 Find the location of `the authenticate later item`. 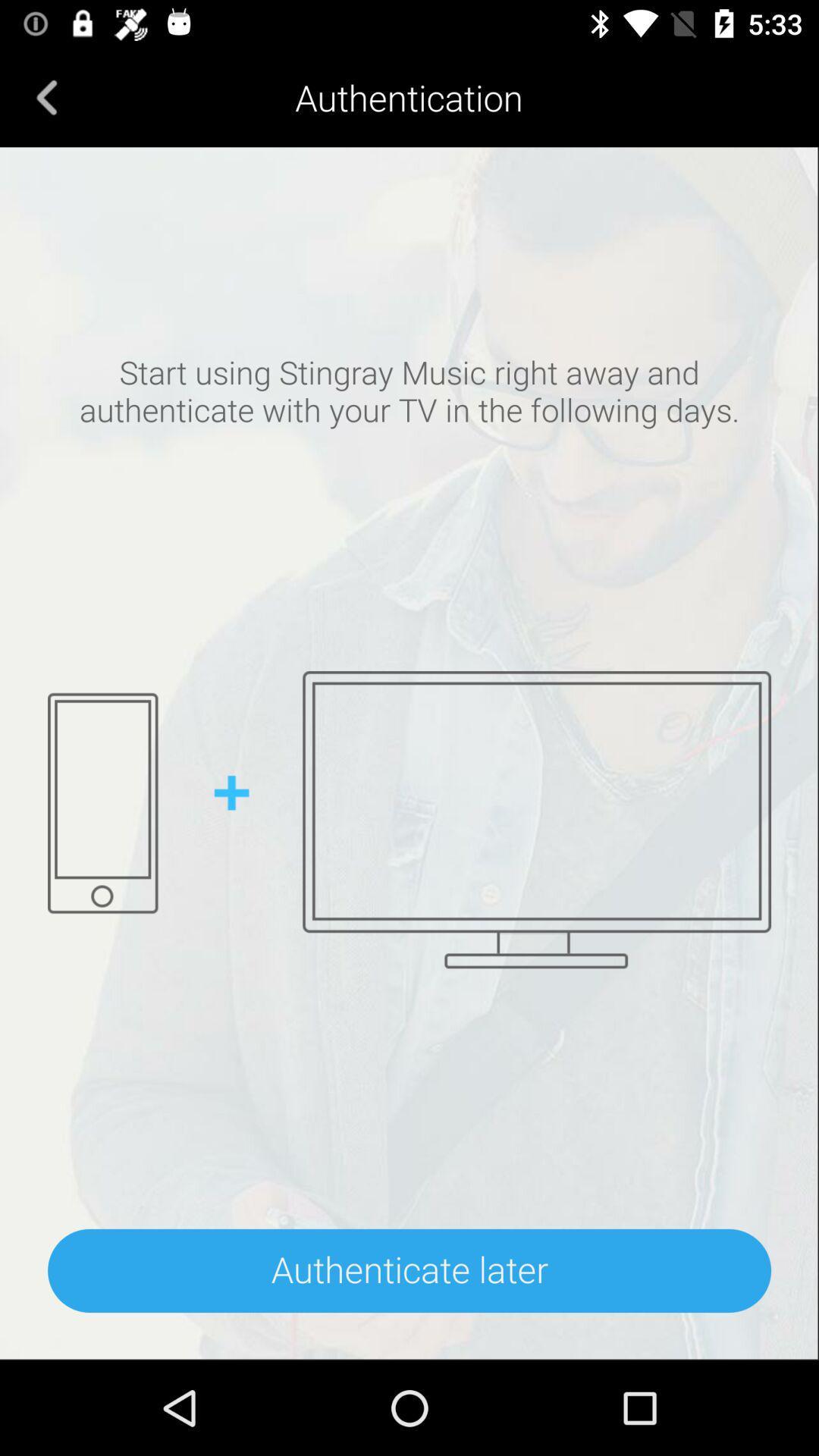

the authenticate later item is located at coordinates (409, 1270).